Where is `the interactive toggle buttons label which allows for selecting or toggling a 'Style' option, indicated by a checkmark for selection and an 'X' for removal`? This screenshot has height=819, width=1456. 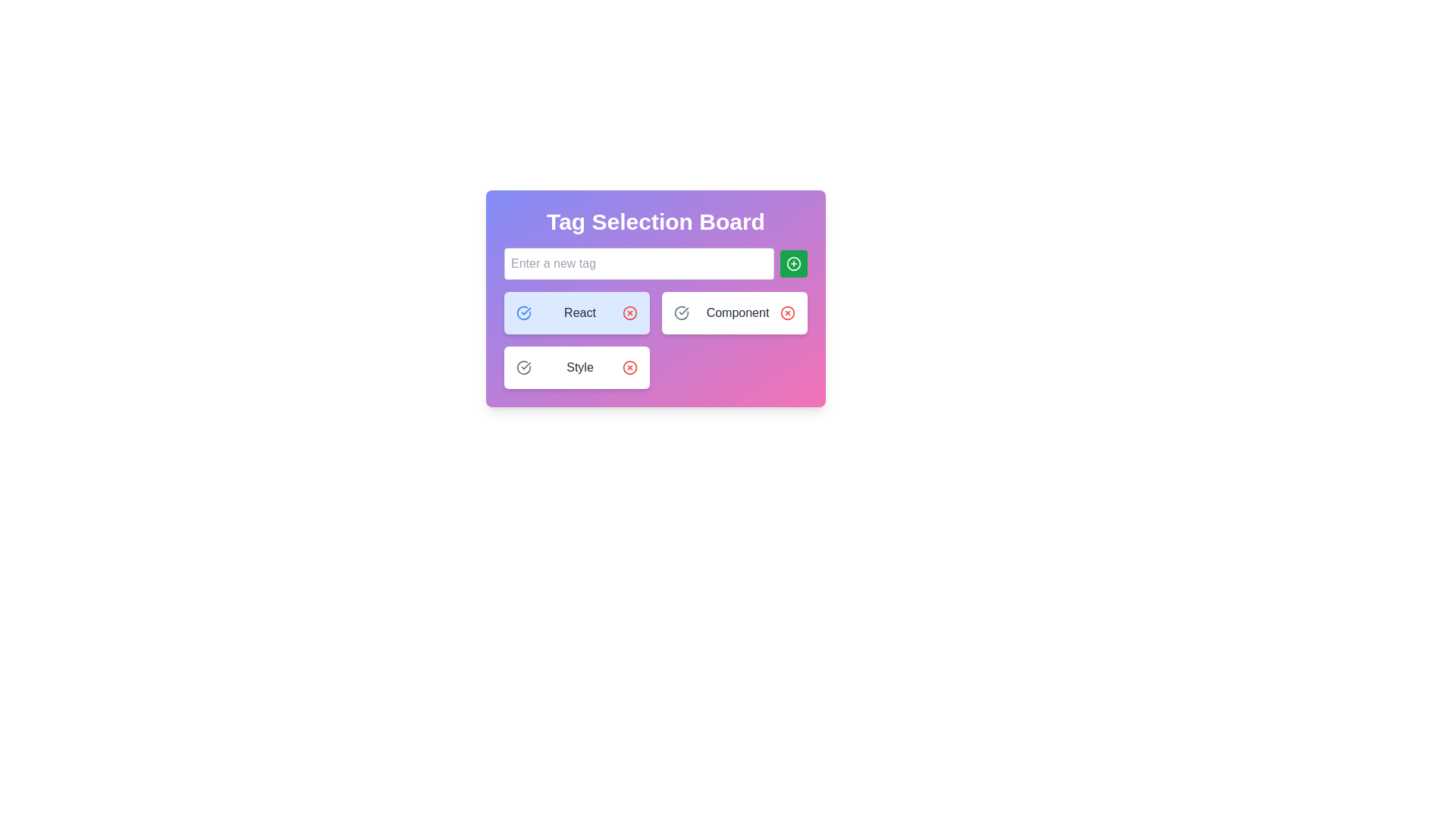
the interactive toggle buttons label which allows for selecting or toggling a 'Style' option, indicated by a checkmark for selection and an 'X' for removal is located at coordinates (576, 368).